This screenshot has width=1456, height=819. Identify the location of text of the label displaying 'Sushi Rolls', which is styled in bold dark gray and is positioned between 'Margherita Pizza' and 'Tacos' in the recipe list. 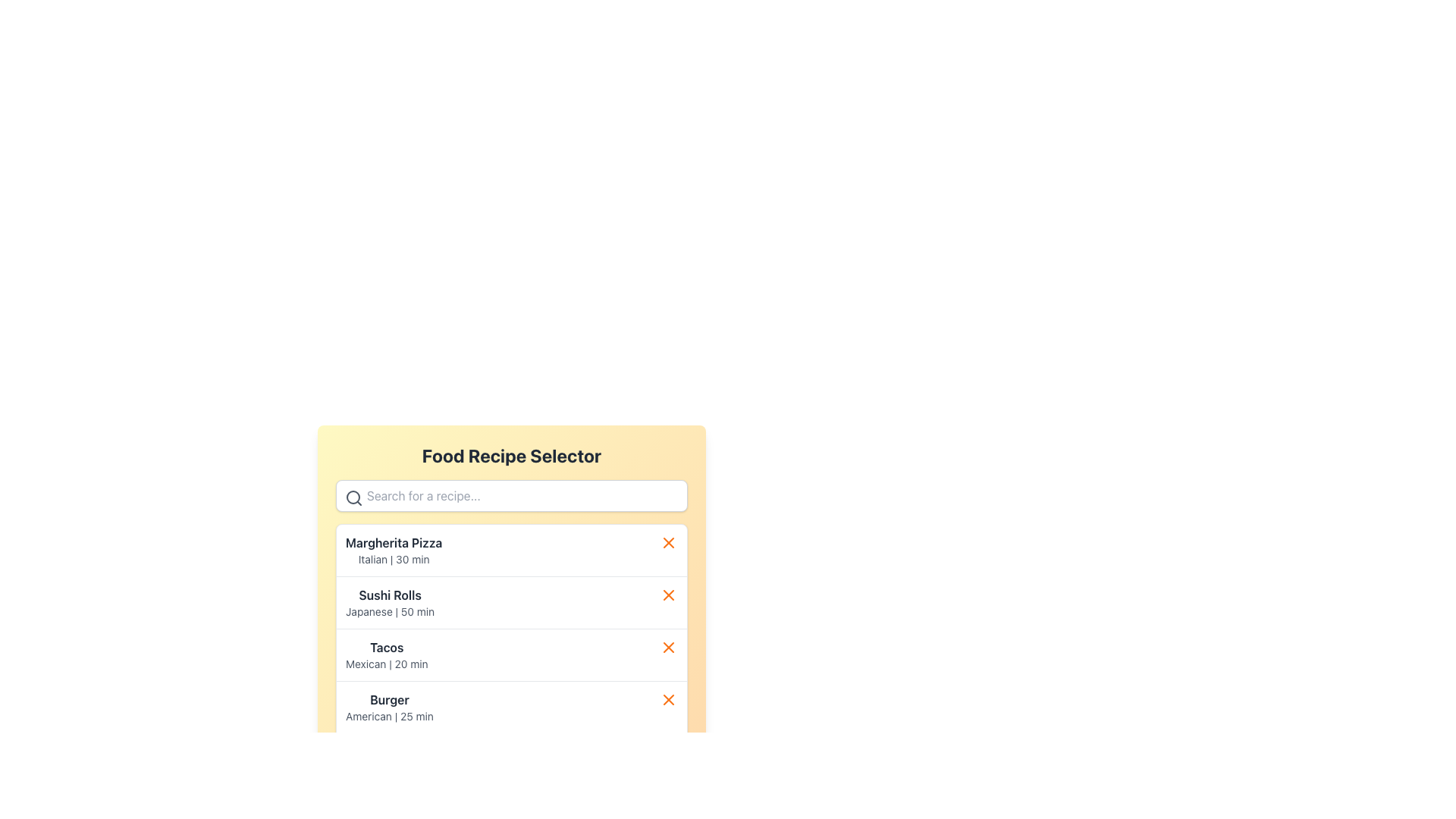
(390, 595).